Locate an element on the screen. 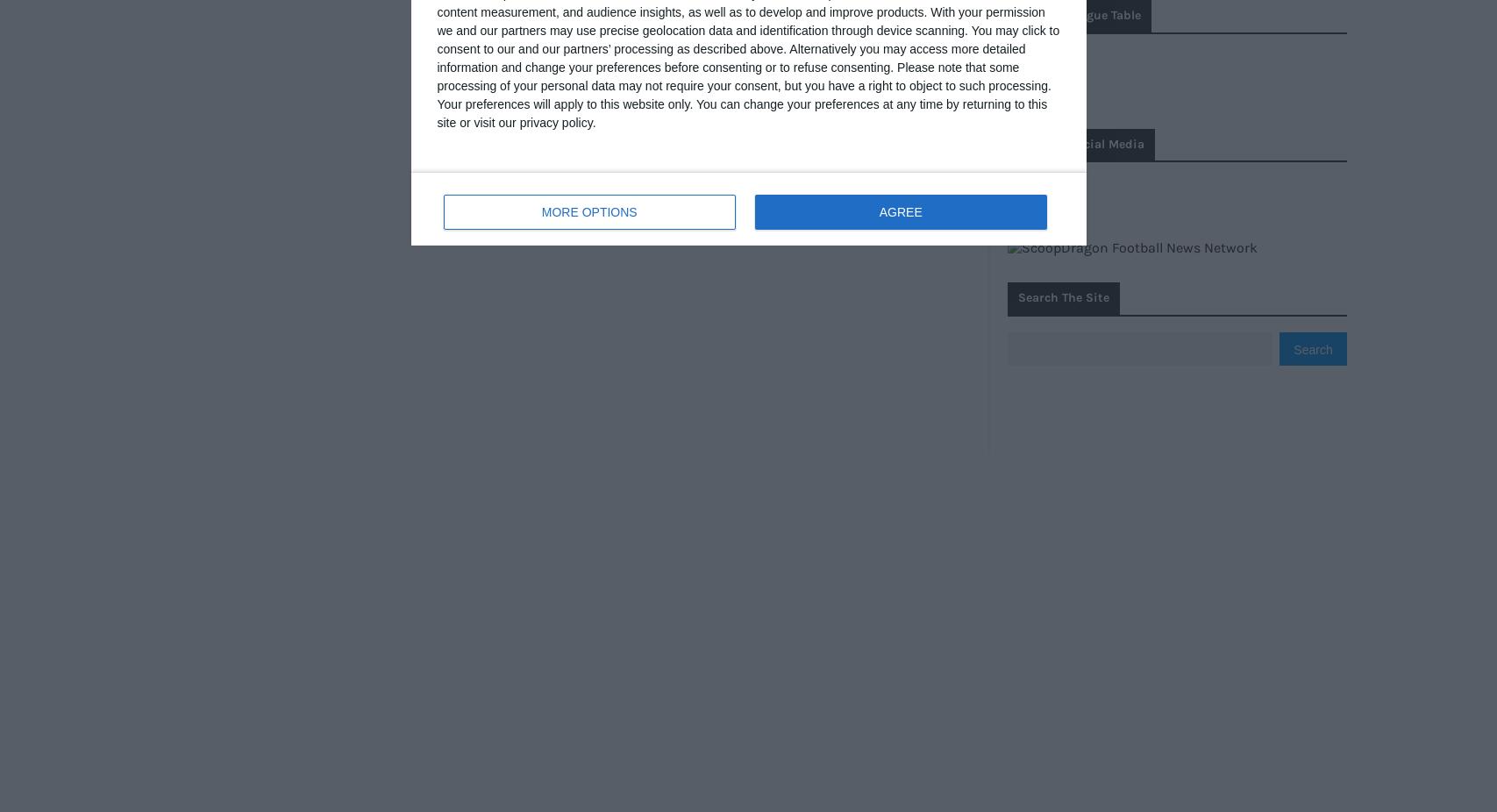 This screenshot has height=812, width=1497. 'May 7th, 2021 by' is located at coordinates (551, 93).